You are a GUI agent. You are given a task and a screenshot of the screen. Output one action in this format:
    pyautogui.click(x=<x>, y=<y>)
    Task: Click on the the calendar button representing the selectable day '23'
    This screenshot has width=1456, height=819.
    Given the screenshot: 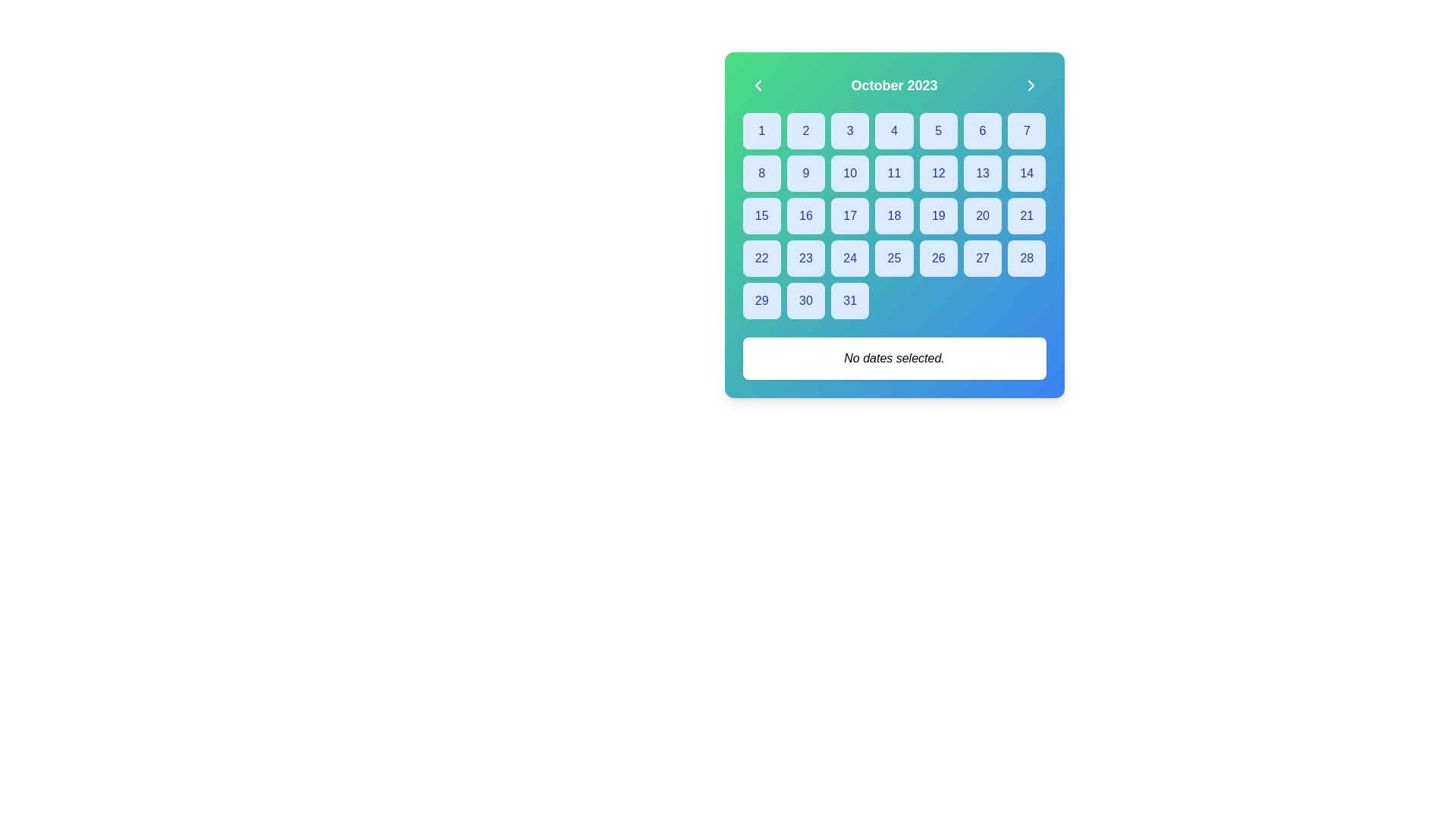 What is the action you would take?
    pyautogui.click(x=805, y=257)
    